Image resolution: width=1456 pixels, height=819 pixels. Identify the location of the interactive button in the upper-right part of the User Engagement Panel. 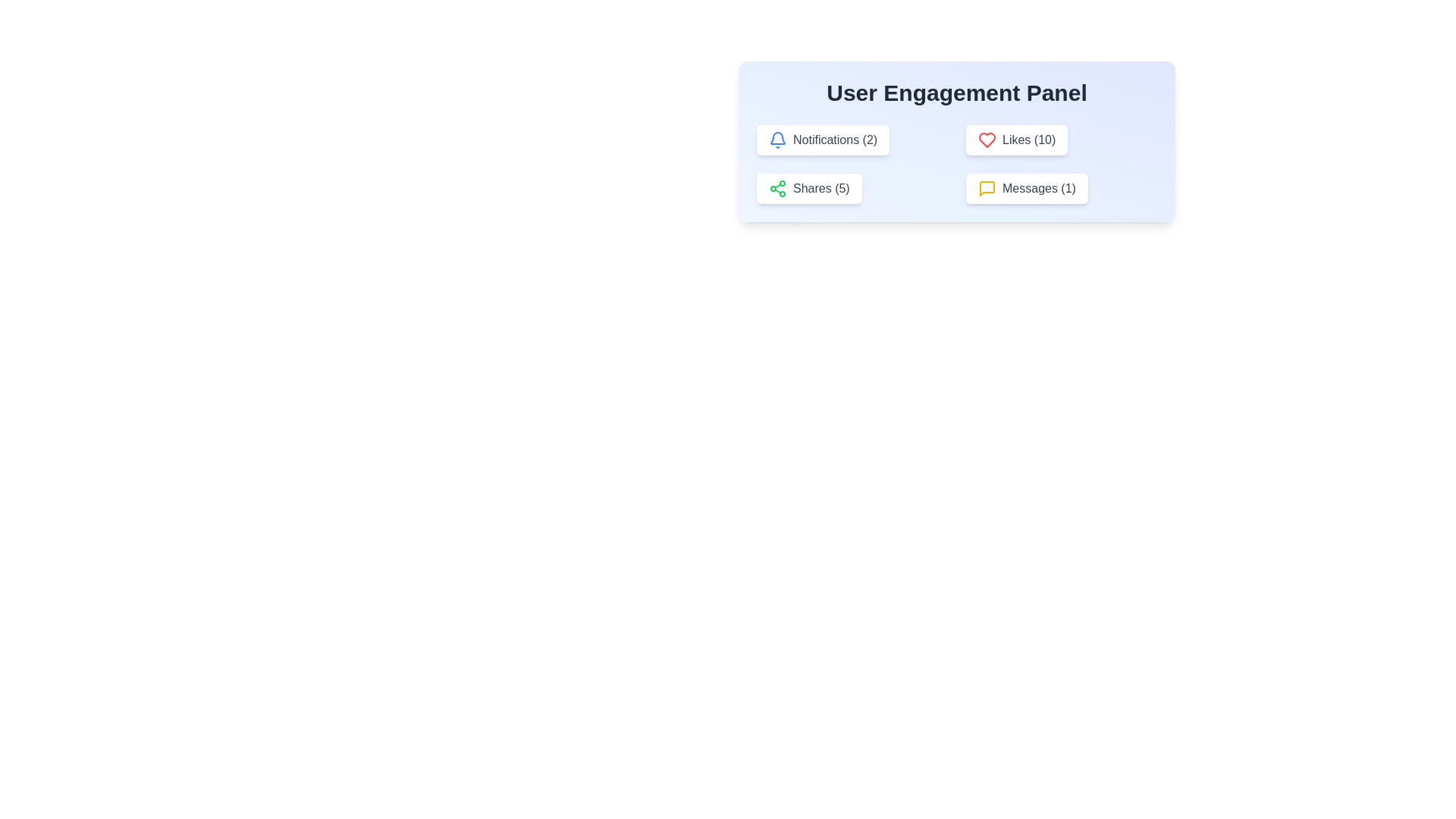
(1017, 140).